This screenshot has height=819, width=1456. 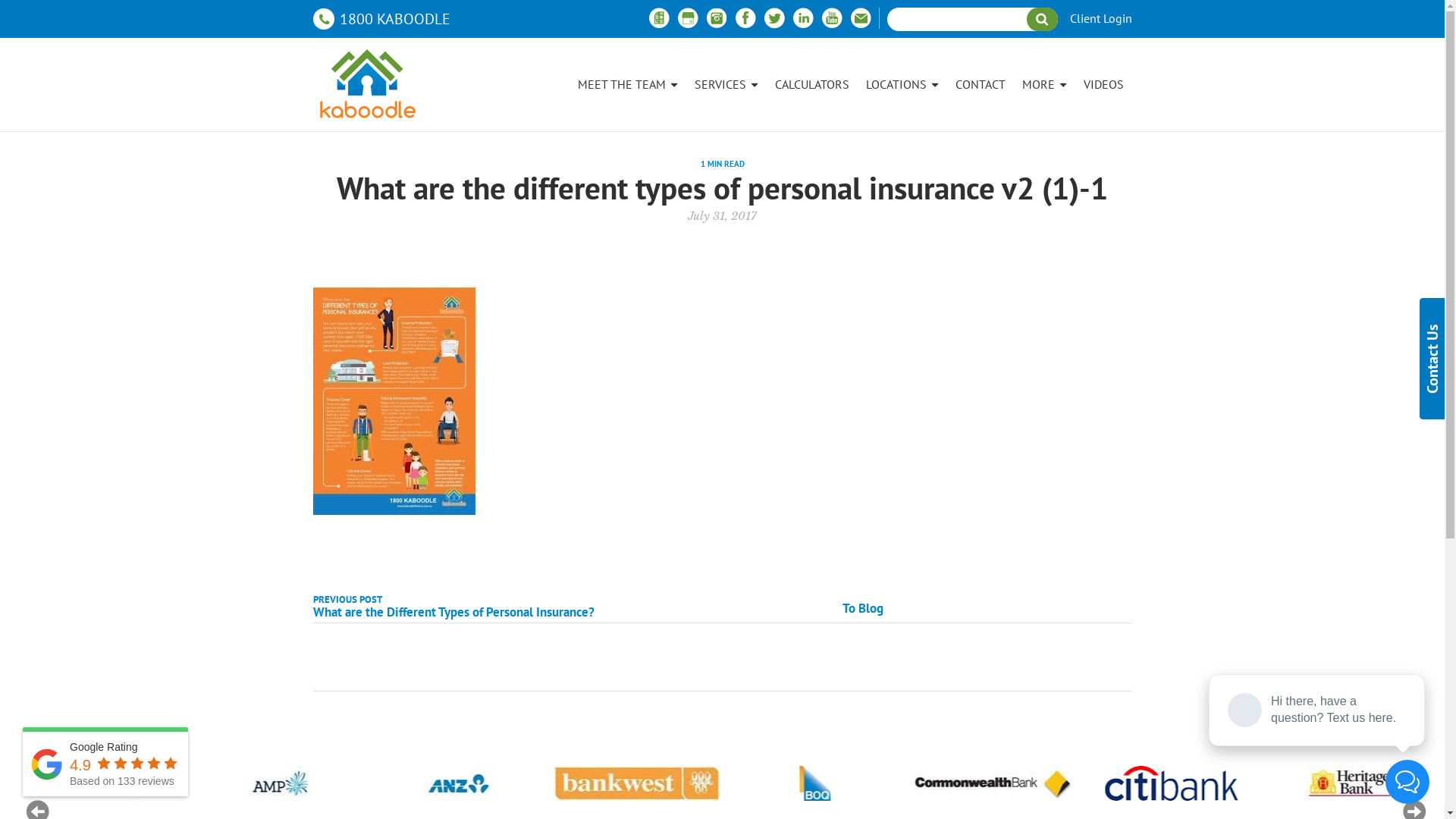 I want to click on 'Logo 07', so click(x=899, y=783).